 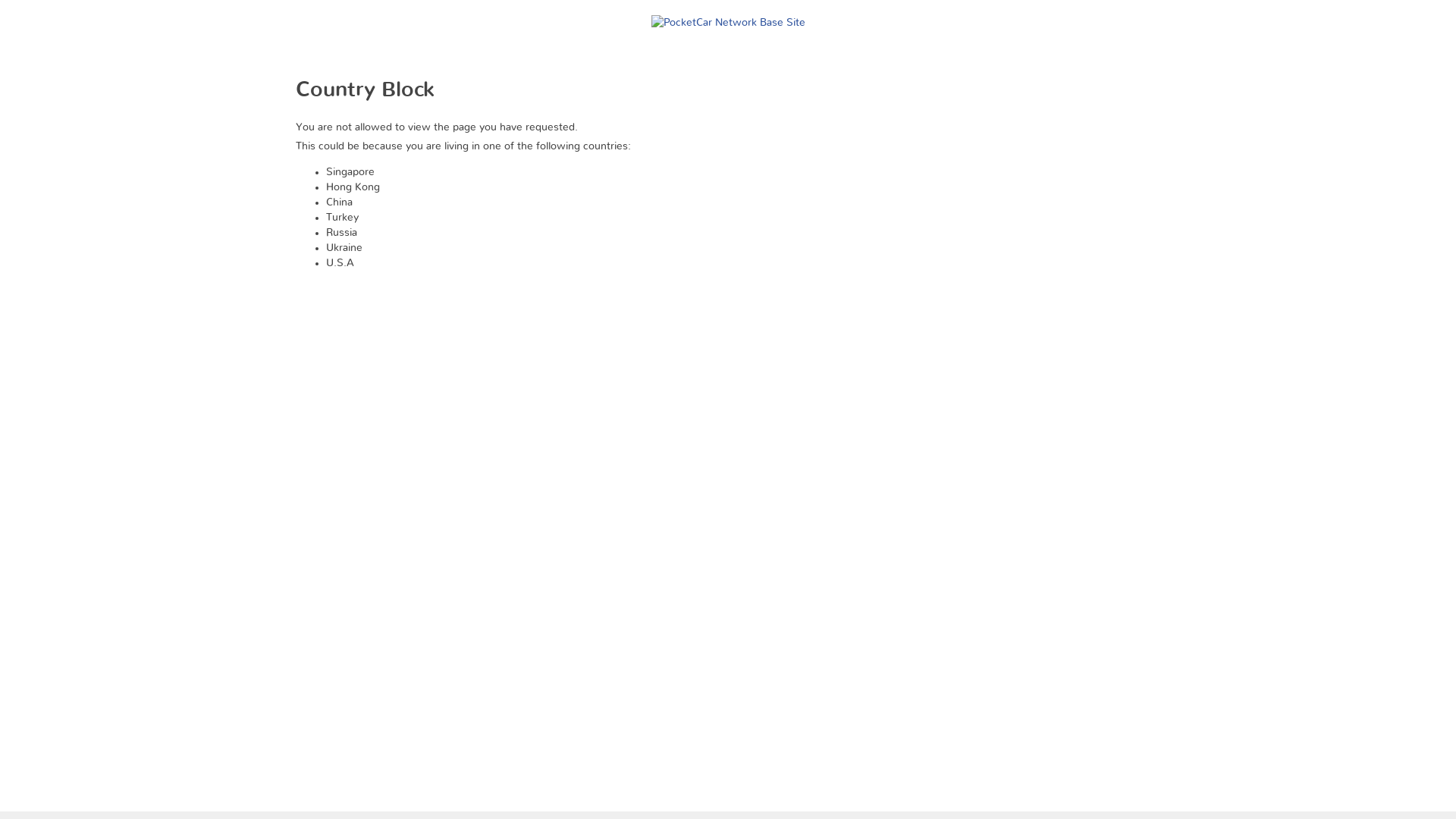 I want to click on 'PocketCar Network Base Site', so click(x=726, y=14).